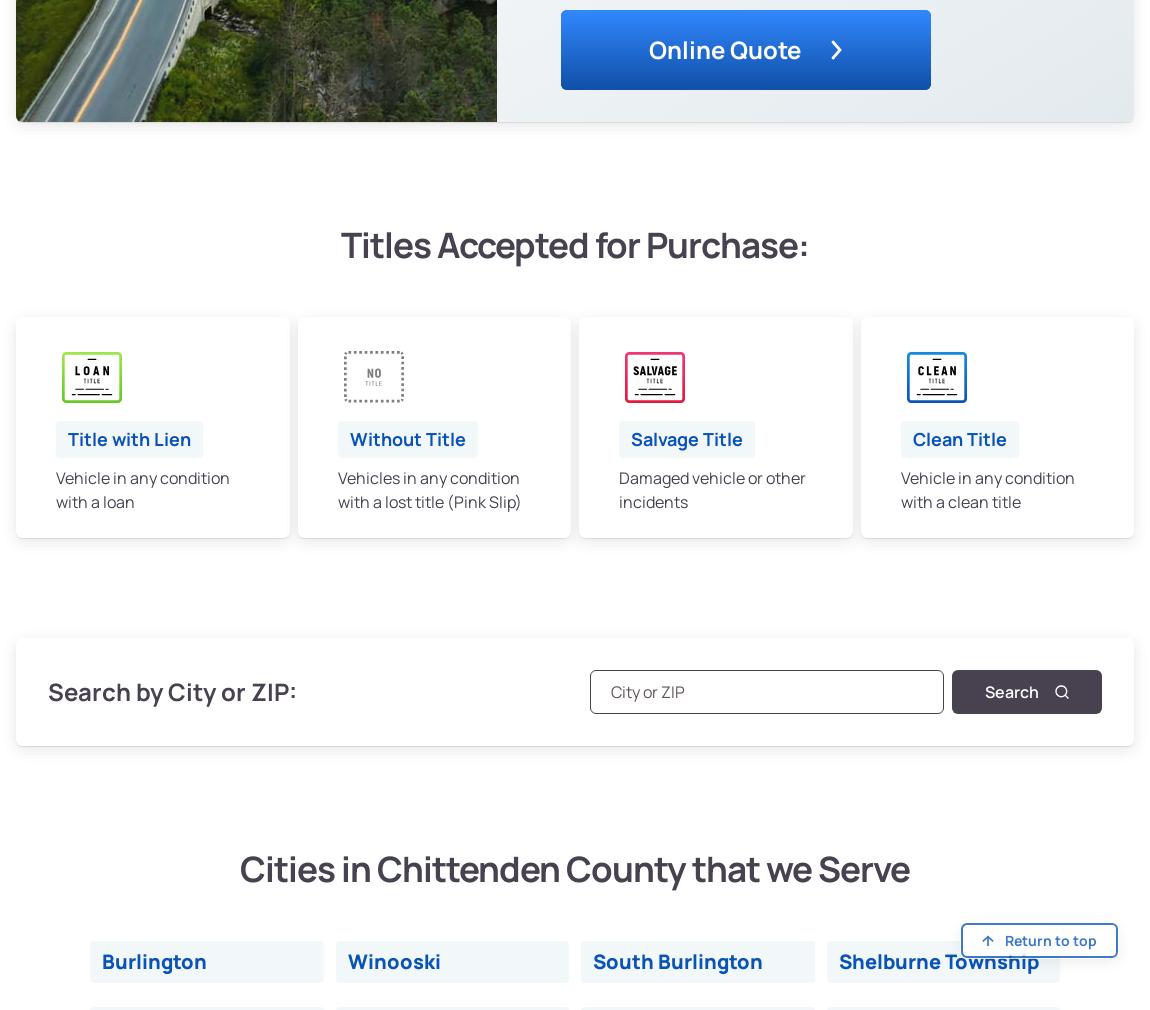 This screenshot has height=1010, width=1150. What do you see at coordinates (618, 489) in the screenshot?
I see `'Damaged vehicle or other incidents'` at bounding box center [618, 489].